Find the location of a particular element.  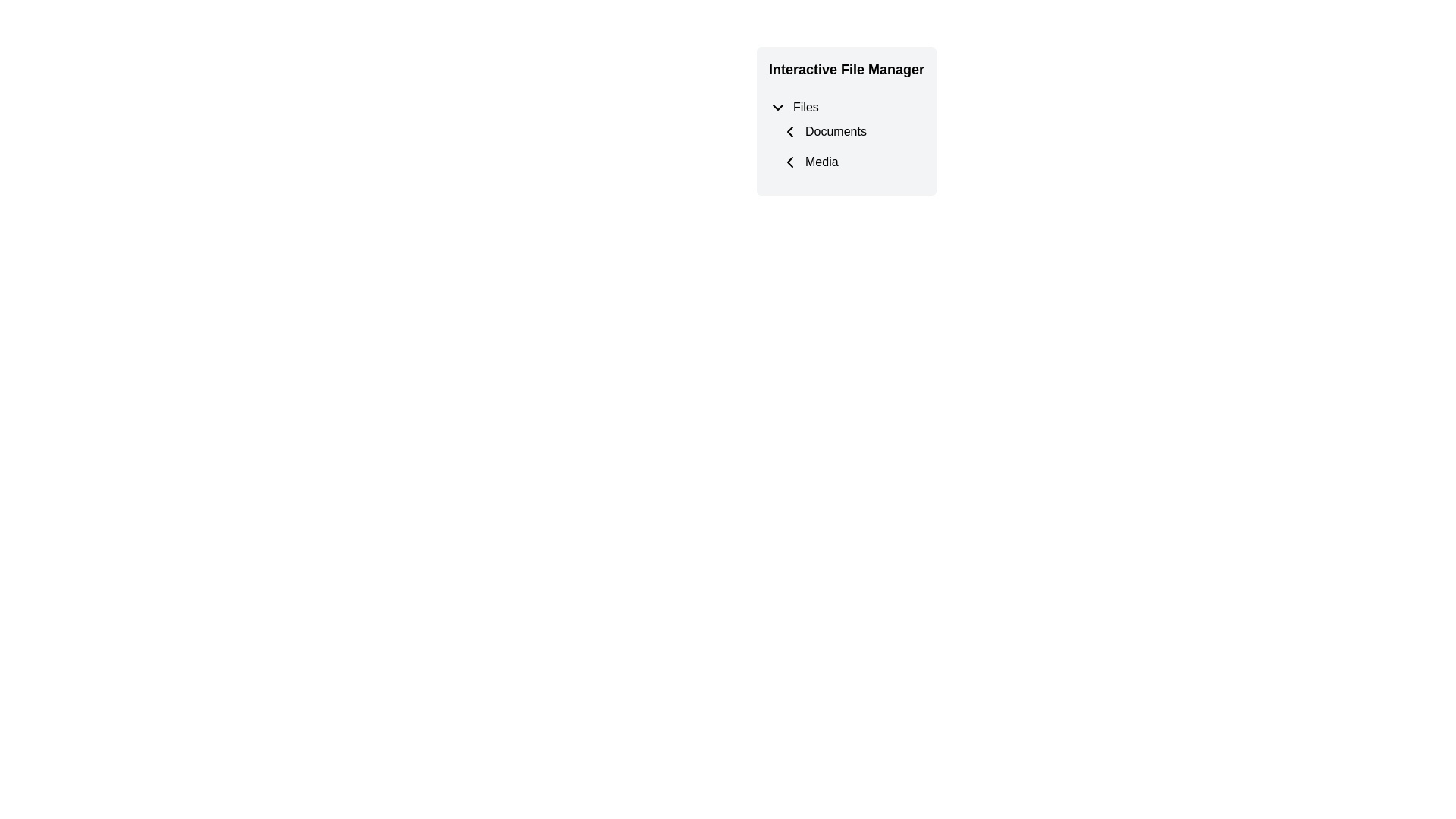

the 'Documents' navigation item, which is a textual entry styled in black within the 'Interactive File Manager' panel is located at coordinates (852, 130).